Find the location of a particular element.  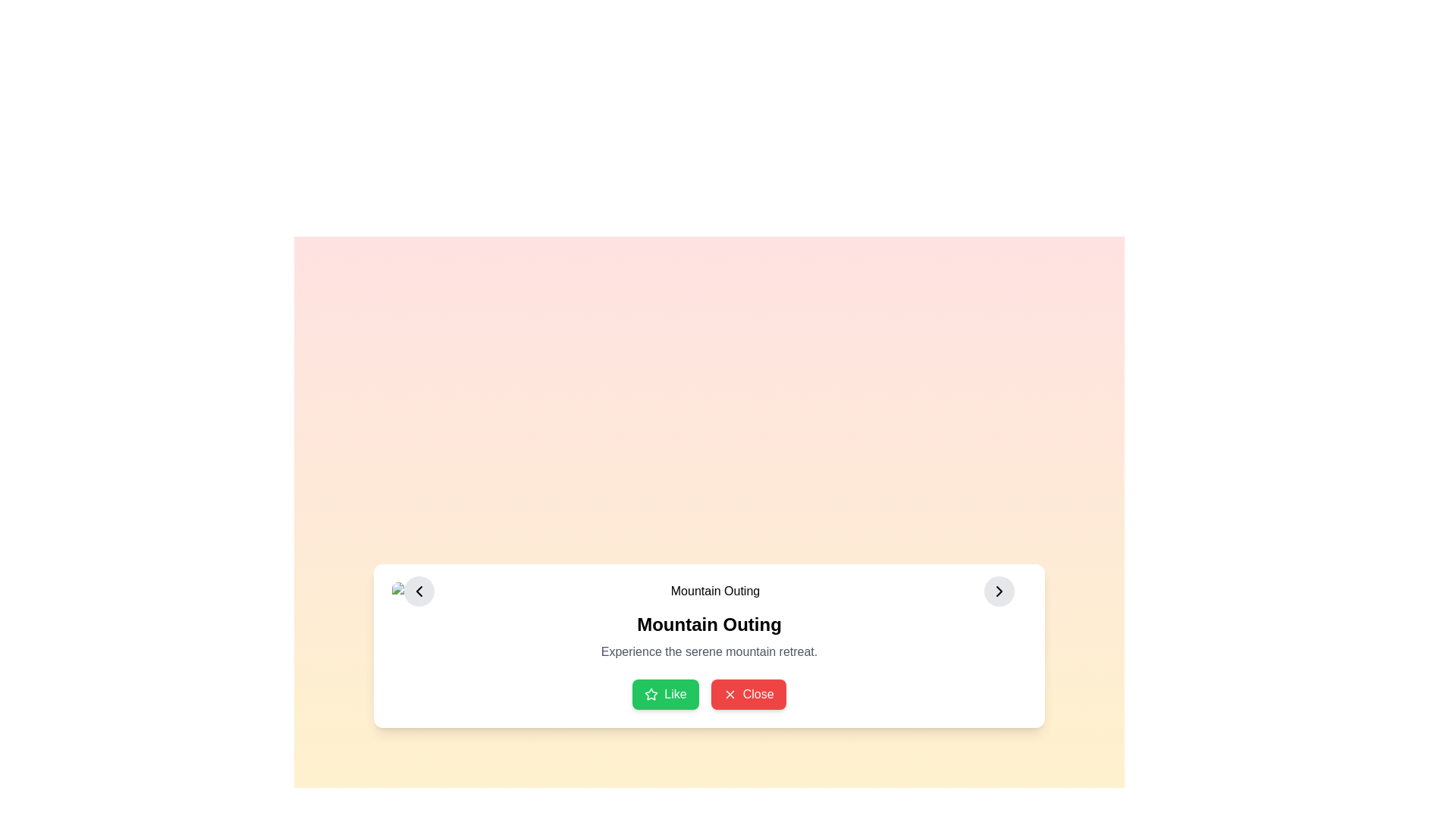

the left-facing chevron arrow icon, which is located within a circular button on the left side of the card is located at coordinates (419, 590).